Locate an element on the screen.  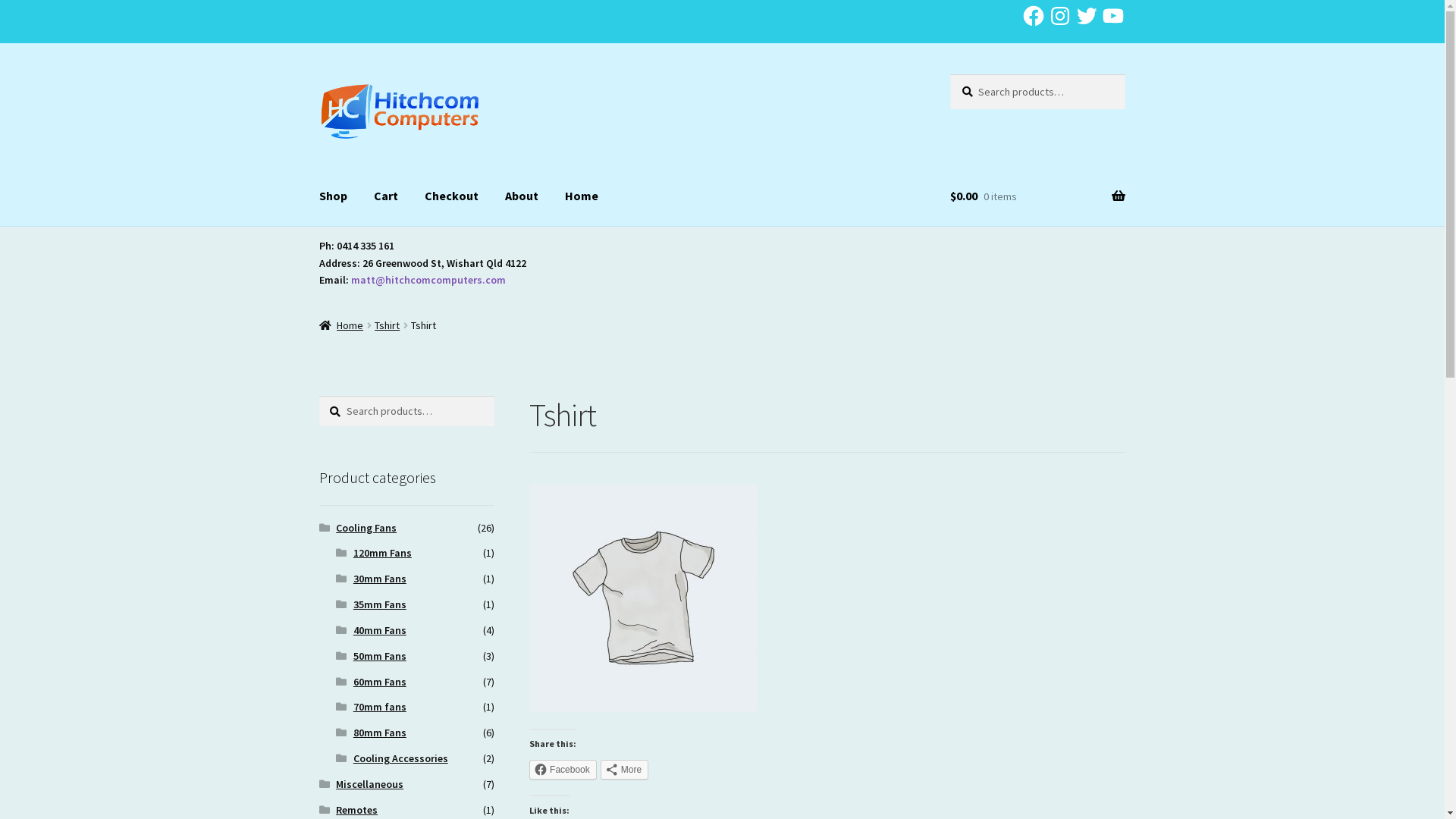
'Checkout' is located at coordinates (450, 195).